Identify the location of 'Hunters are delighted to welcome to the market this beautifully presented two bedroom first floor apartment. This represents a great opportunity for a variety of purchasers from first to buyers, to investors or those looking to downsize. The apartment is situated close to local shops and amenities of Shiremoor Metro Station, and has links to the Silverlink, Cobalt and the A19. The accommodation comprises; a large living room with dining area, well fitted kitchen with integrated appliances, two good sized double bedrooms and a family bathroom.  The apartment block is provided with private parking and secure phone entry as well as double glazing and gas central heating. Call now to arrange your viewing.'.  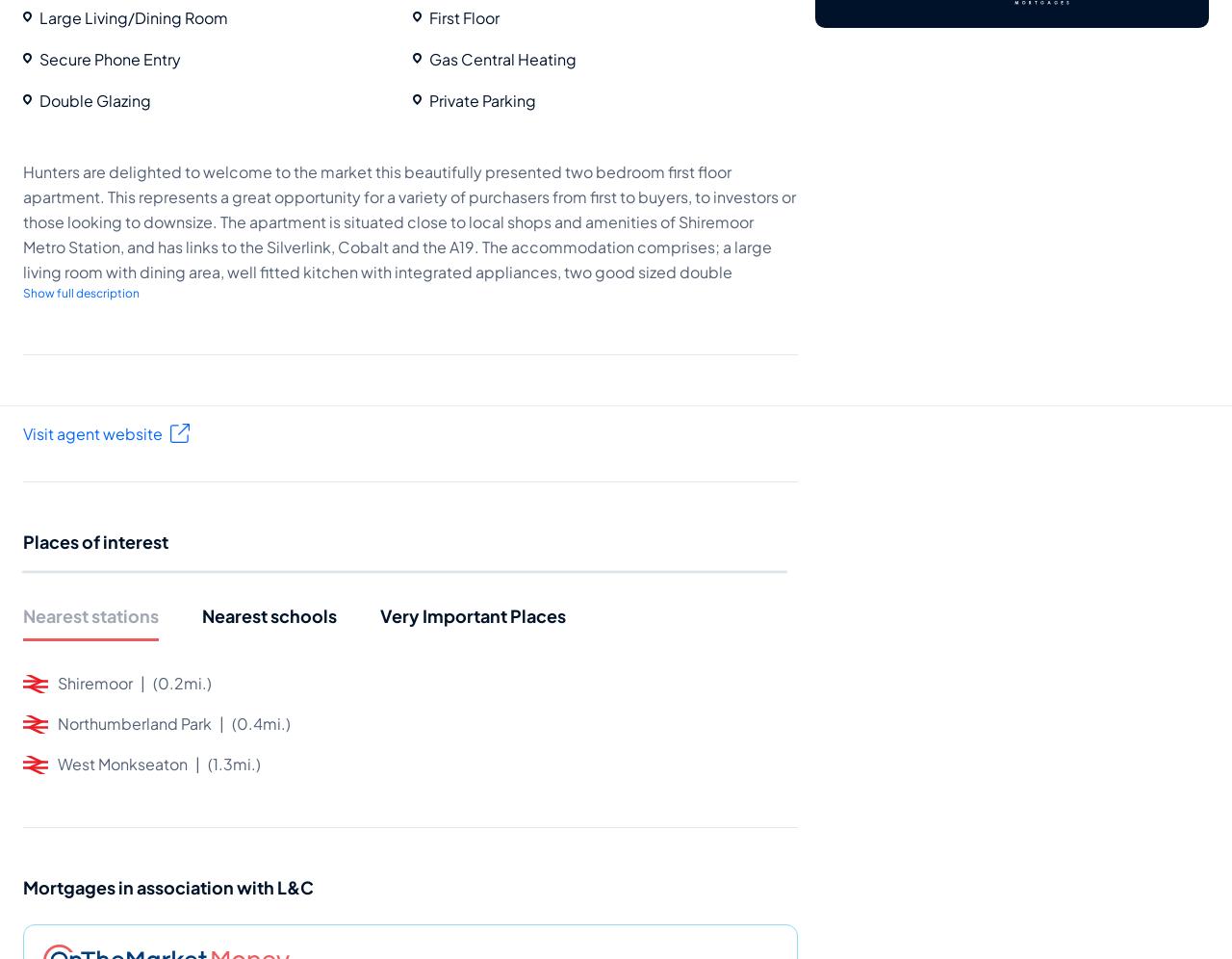
(408, 246).